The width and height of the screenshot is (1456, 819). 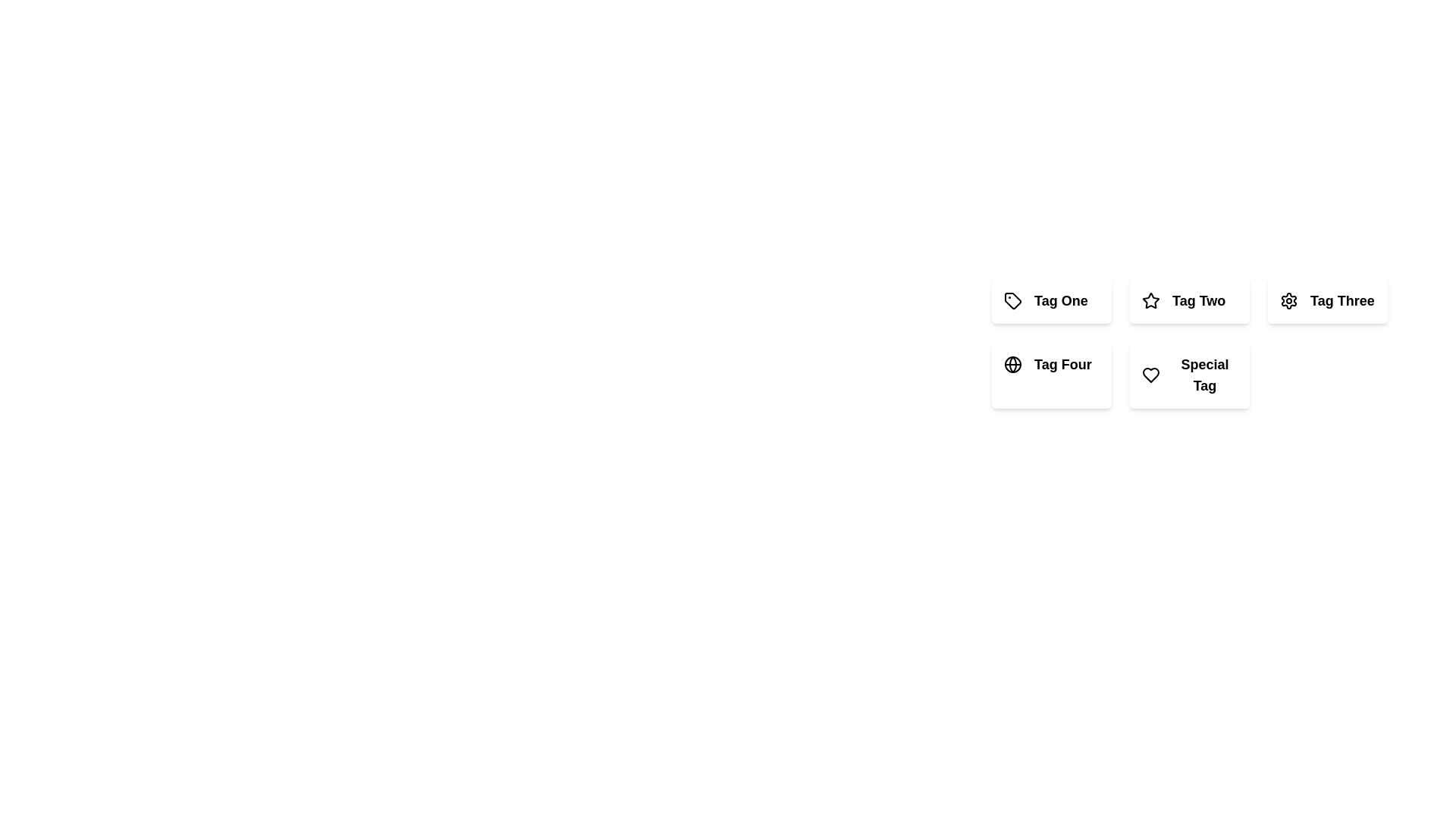 What do you see at coordinates (1198, 301) in the screenshot?
I see `the text label displaying 'Tag Two', which is located in the second position from the left in the second row of a grid-style layout` at bounding box center [1198, 301].